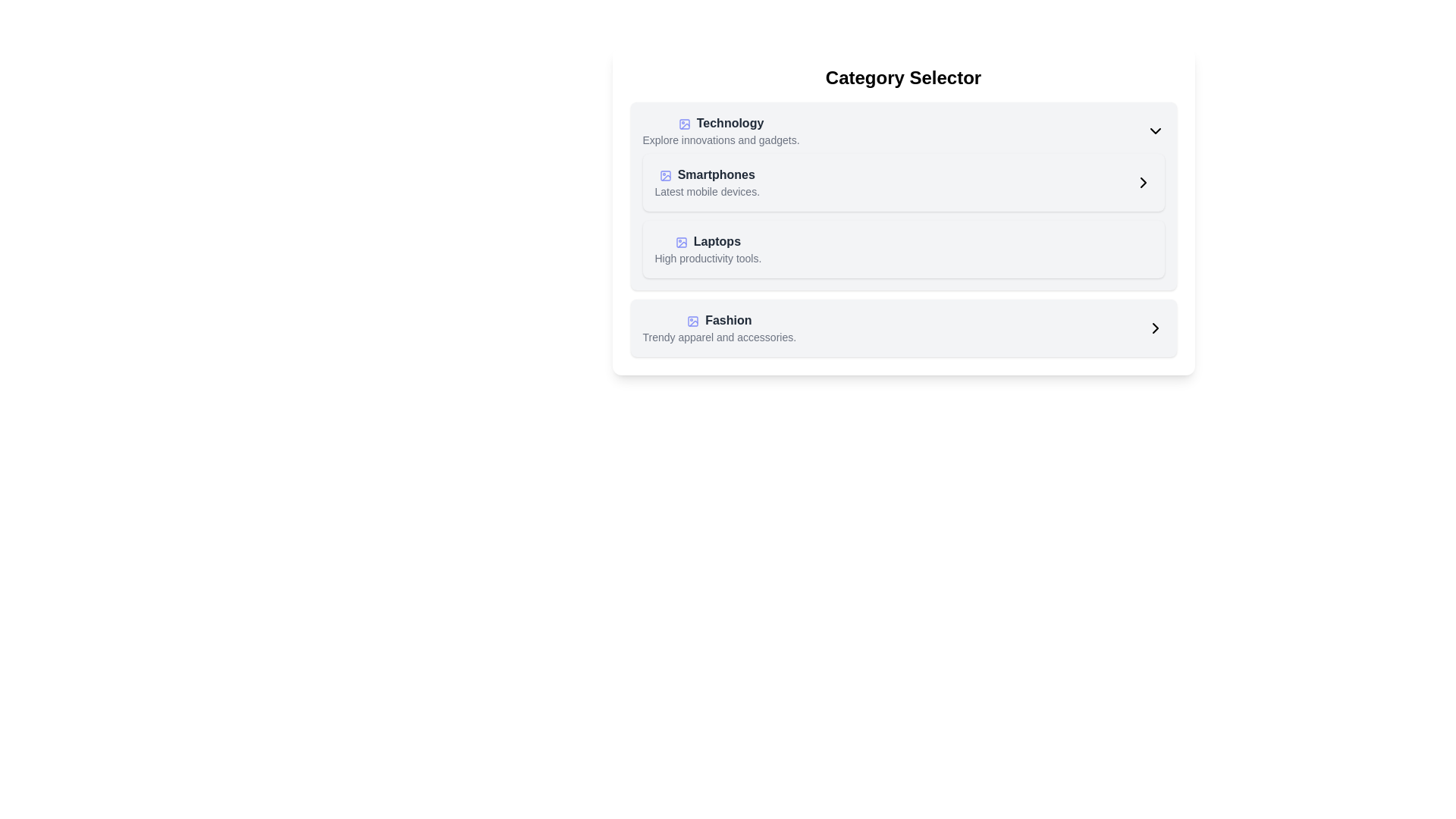 The image size is (1456, 819). Describe the element at coordinates (718, 336) in the screenshot. I see `the text label that says 'Trendy apparel and accessories.' located below the 'Fashion' category` at that location.